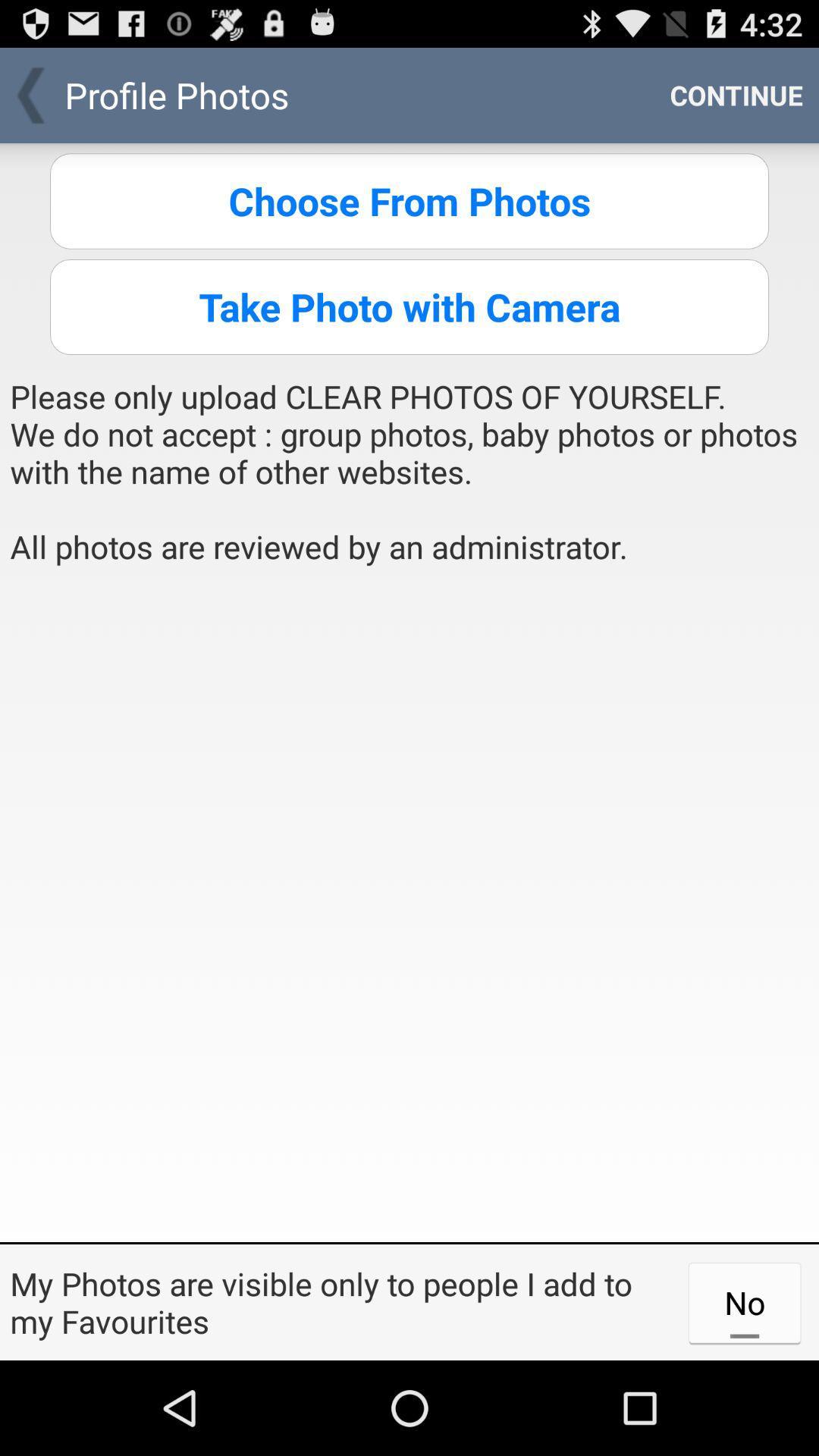 This screenshot has width=819, height=1456. I want to click on the icon at the top right corner, so click(736, 94).